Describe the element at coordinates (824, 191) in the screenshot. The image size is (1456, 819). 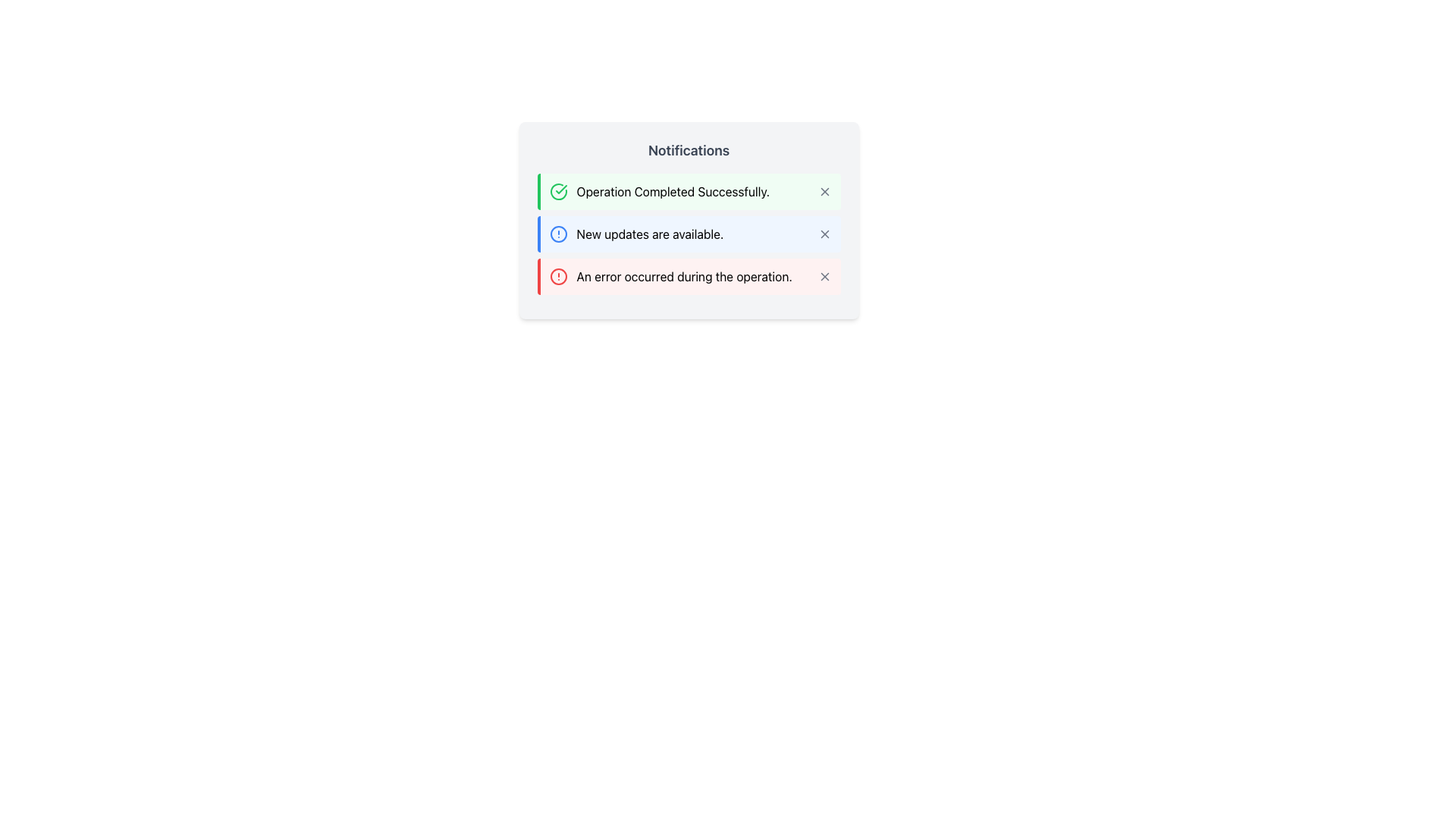
I see `the prominent 'X' icon button located to the far-right of the notification labeled 'Operation Completed Successfully.'` at that location.